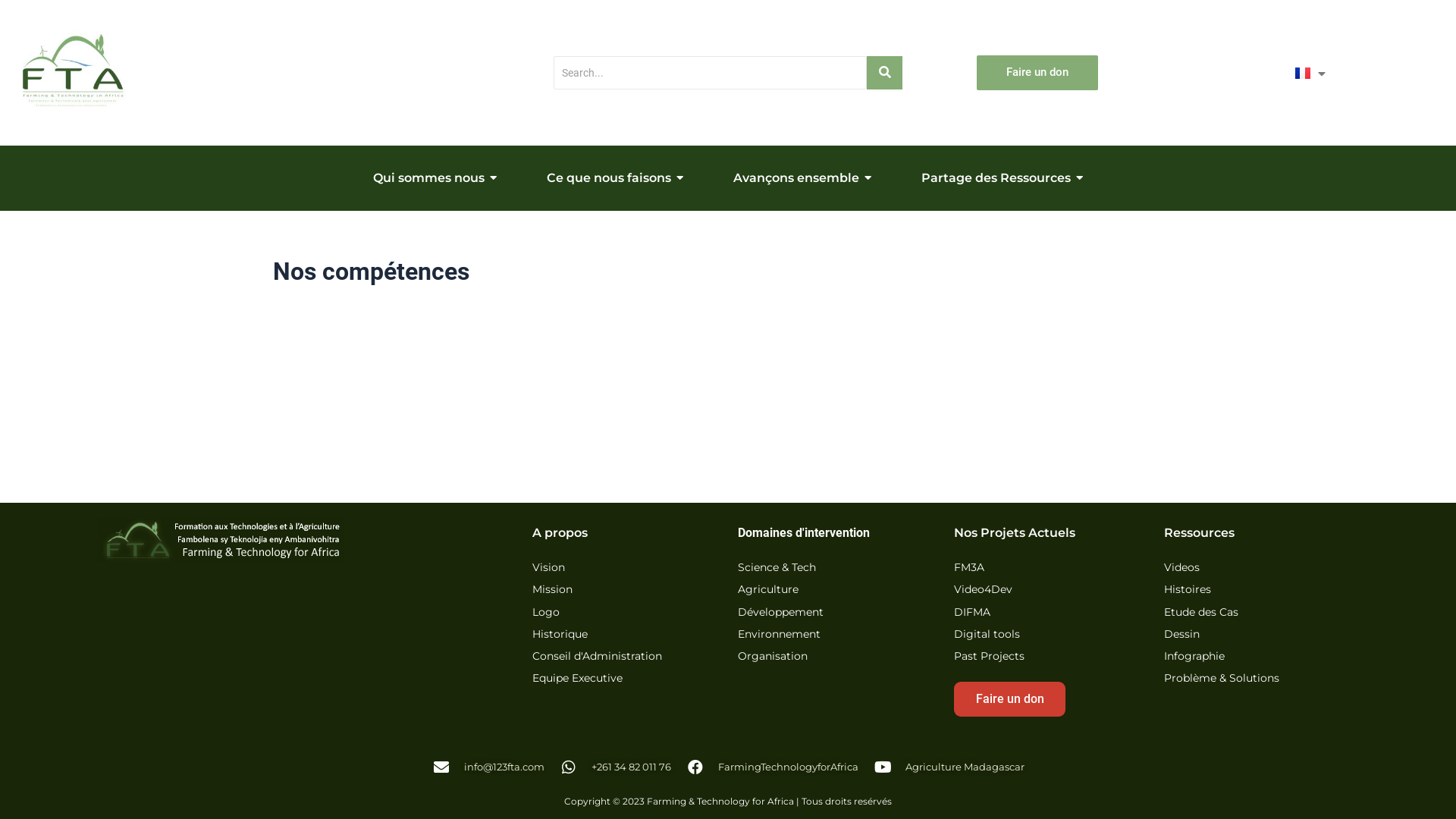 The height and width of the screenshot is (819, 1456). Describe the element at coordinates (971, 612) in the screenshot. I see `'DIFMA'` at that location.